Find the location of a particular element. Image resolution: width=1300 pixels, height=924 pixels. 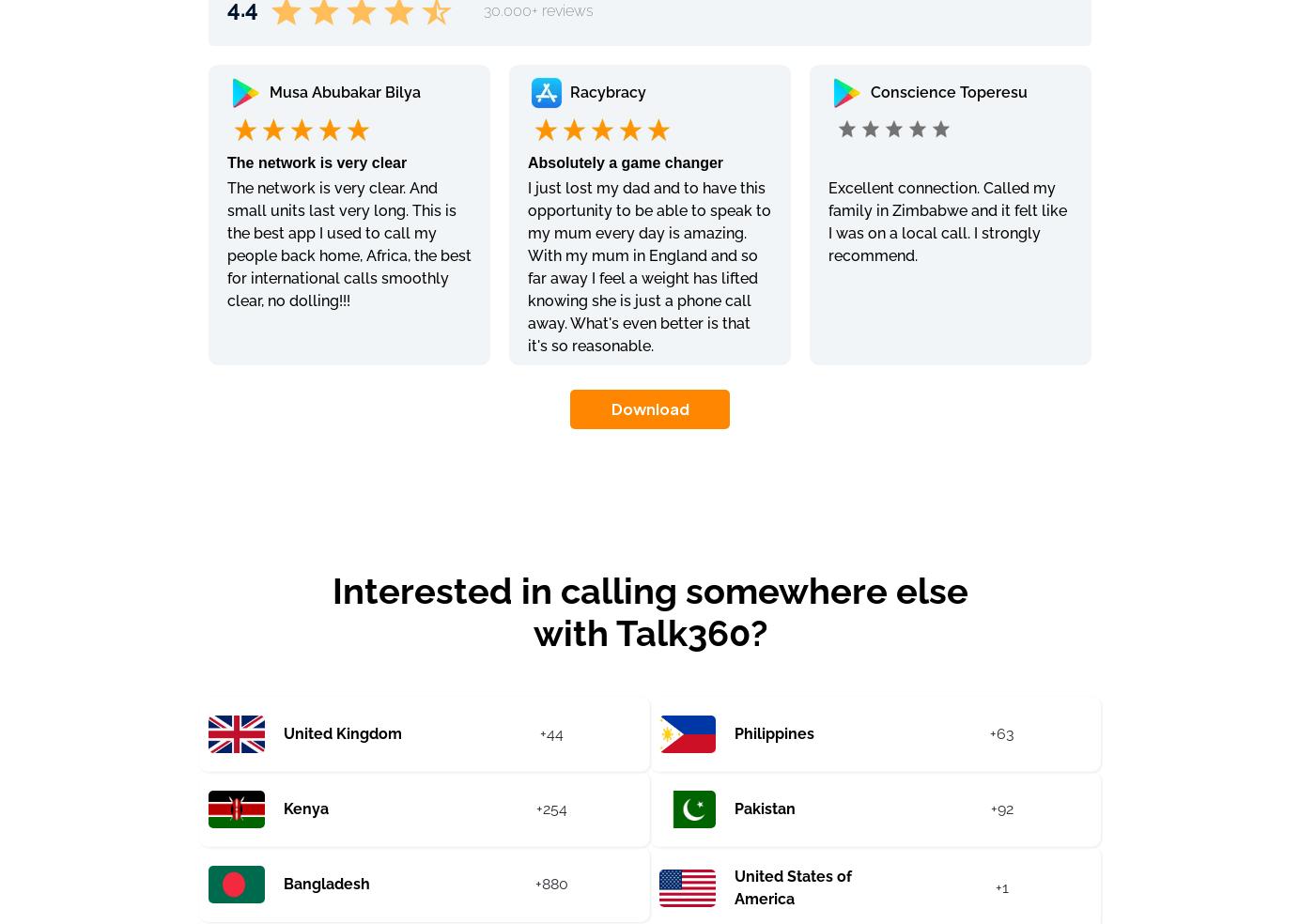

'30.000+ reviews' is located at coordinates (538, 8).